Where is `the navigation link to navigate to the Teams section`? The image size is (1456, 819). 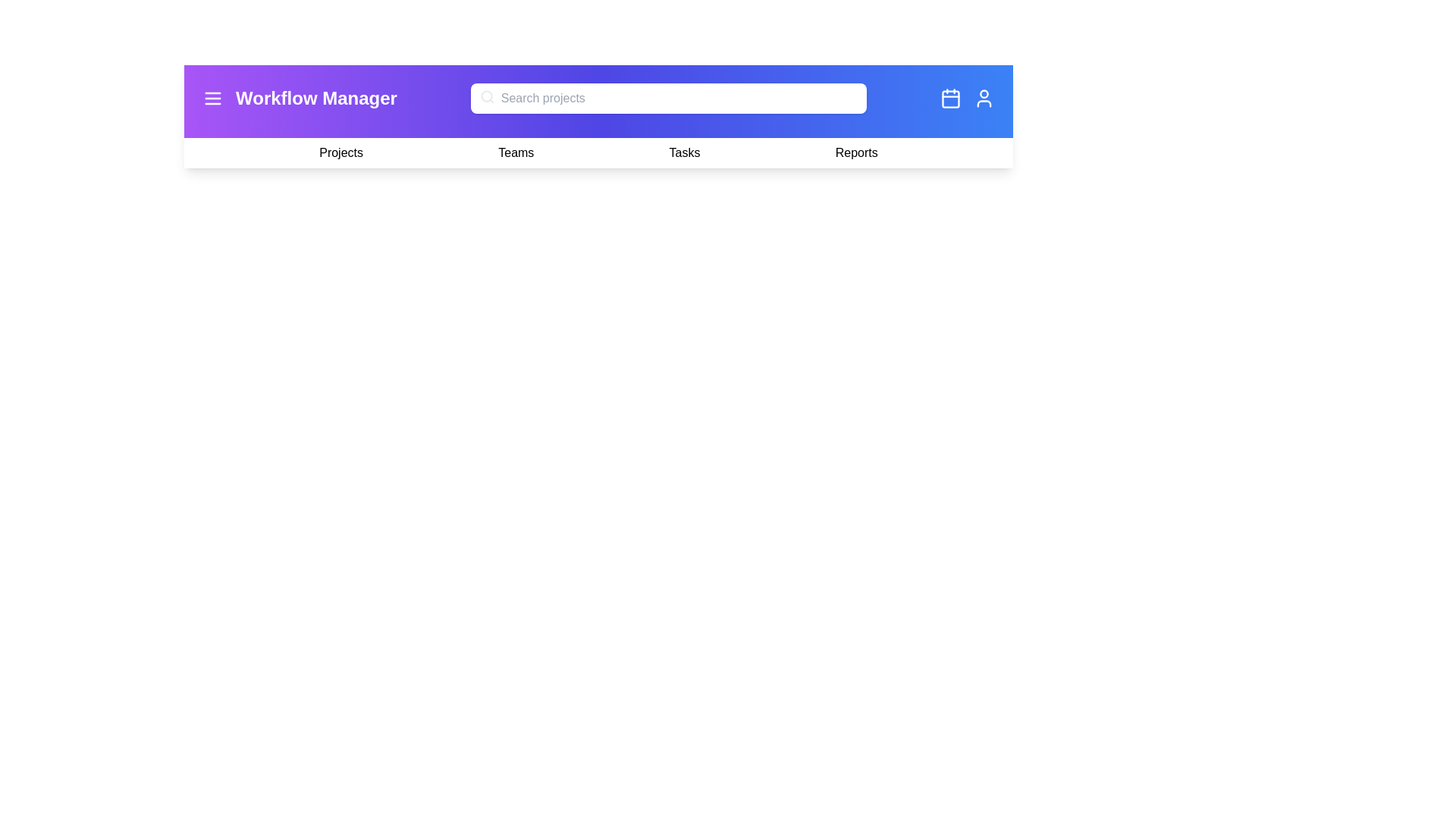
the navigation link to navigate to the Teams section is located at coordinates (516, 152).